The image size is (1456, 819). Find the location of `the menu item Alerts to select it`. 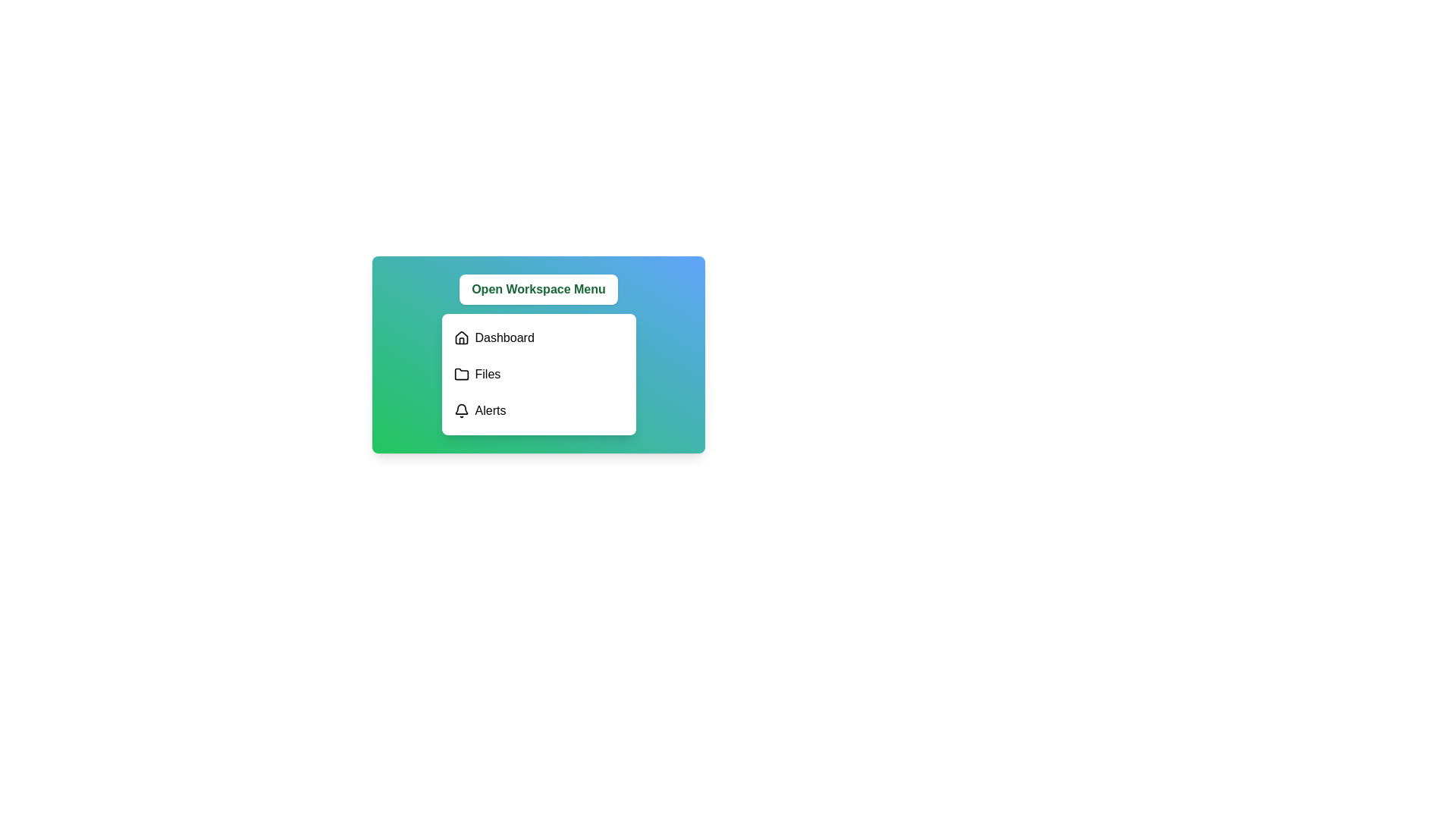

the menu item Alerts to select it is located at coordinates (538, 411).